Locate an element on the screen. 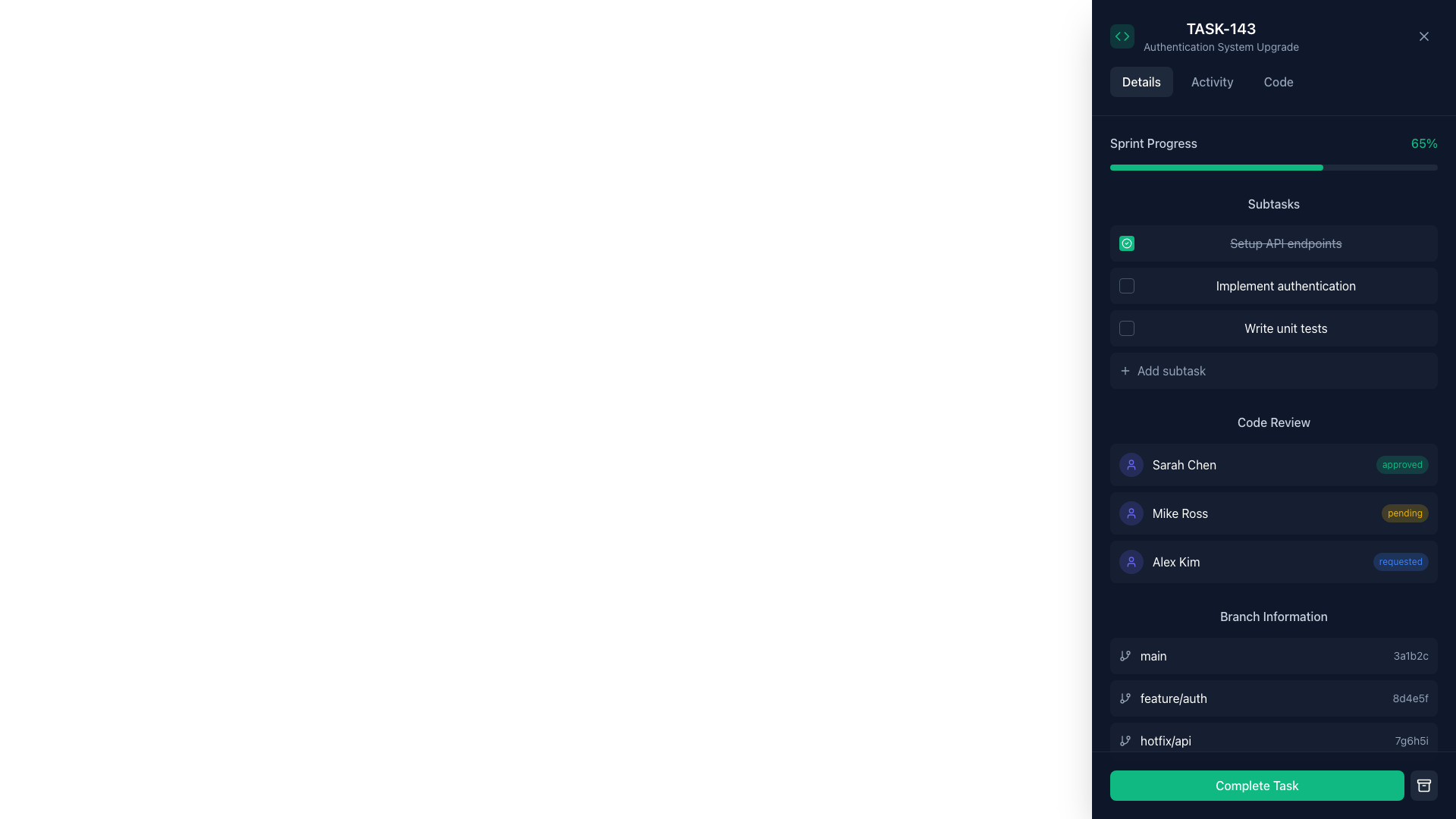 Image resolution: width=1456 pixels, height=819 pixels. the topmost text label indicating the primary development branch in the 'Branch Information' section on the right panel is located at coordinates (1153, 654).